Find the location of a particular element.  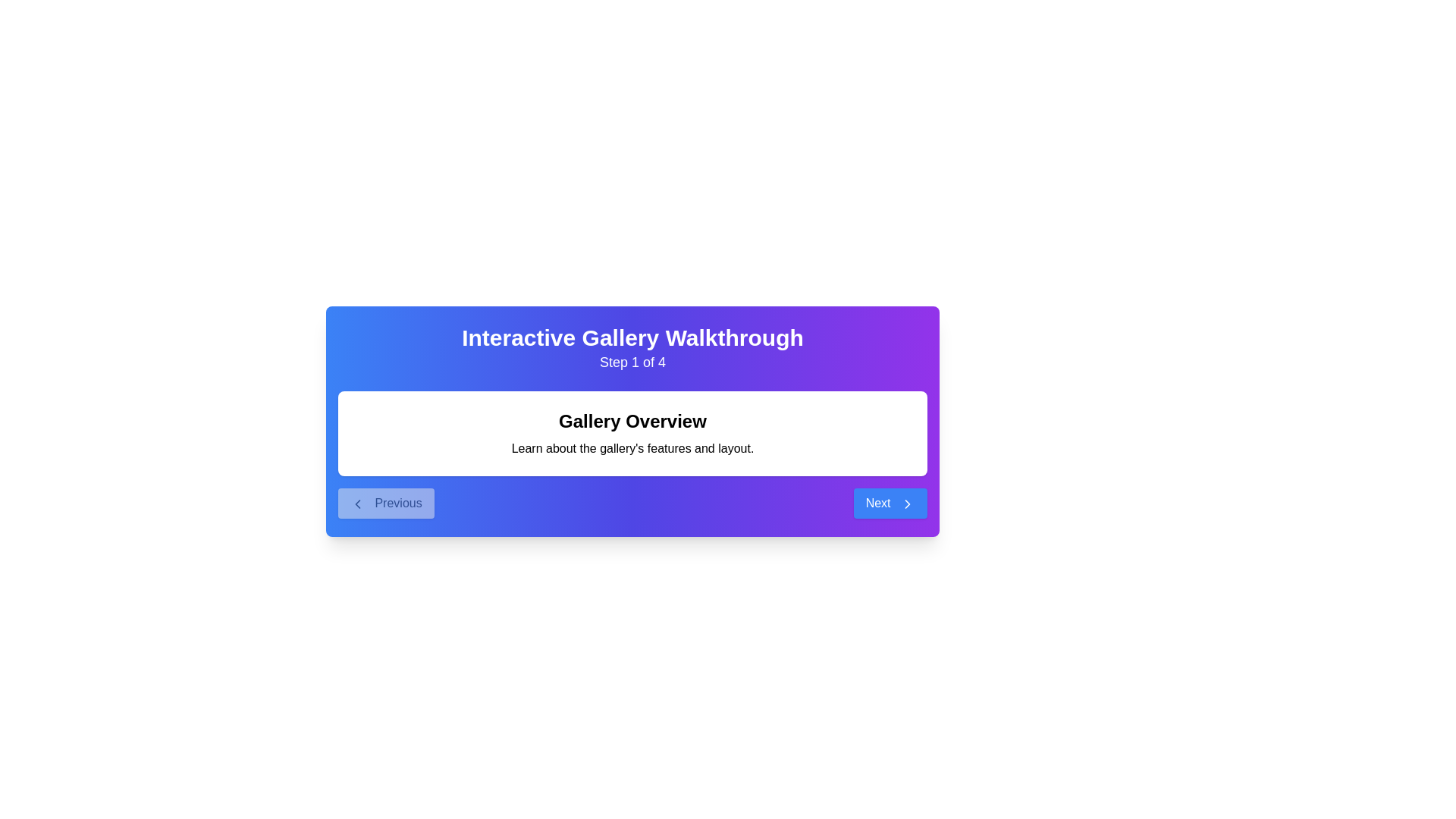

the chevron graphic within the 'Previous' button, which indicates navigation to the previous step or page is located at coordinates (356, 503).